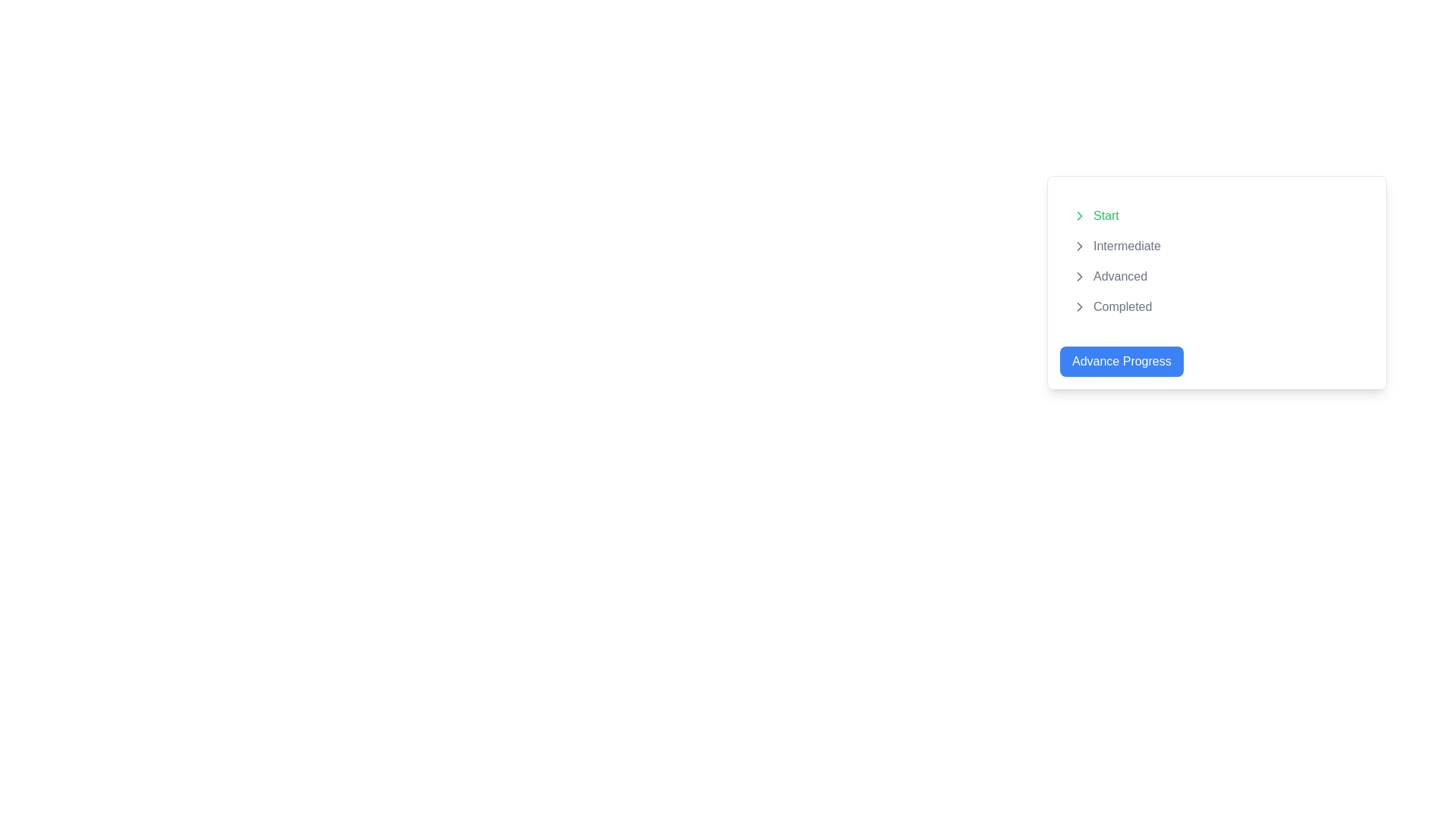 The width and height of the screenshot is (1456, 819). What do you see at coordinates (1127, 245) in the screenshot?
I see `the 'Intermediate' step label within the progress tracker interface, which is the second step in the vertical list of indicators` at bounding box center [1127, 245].